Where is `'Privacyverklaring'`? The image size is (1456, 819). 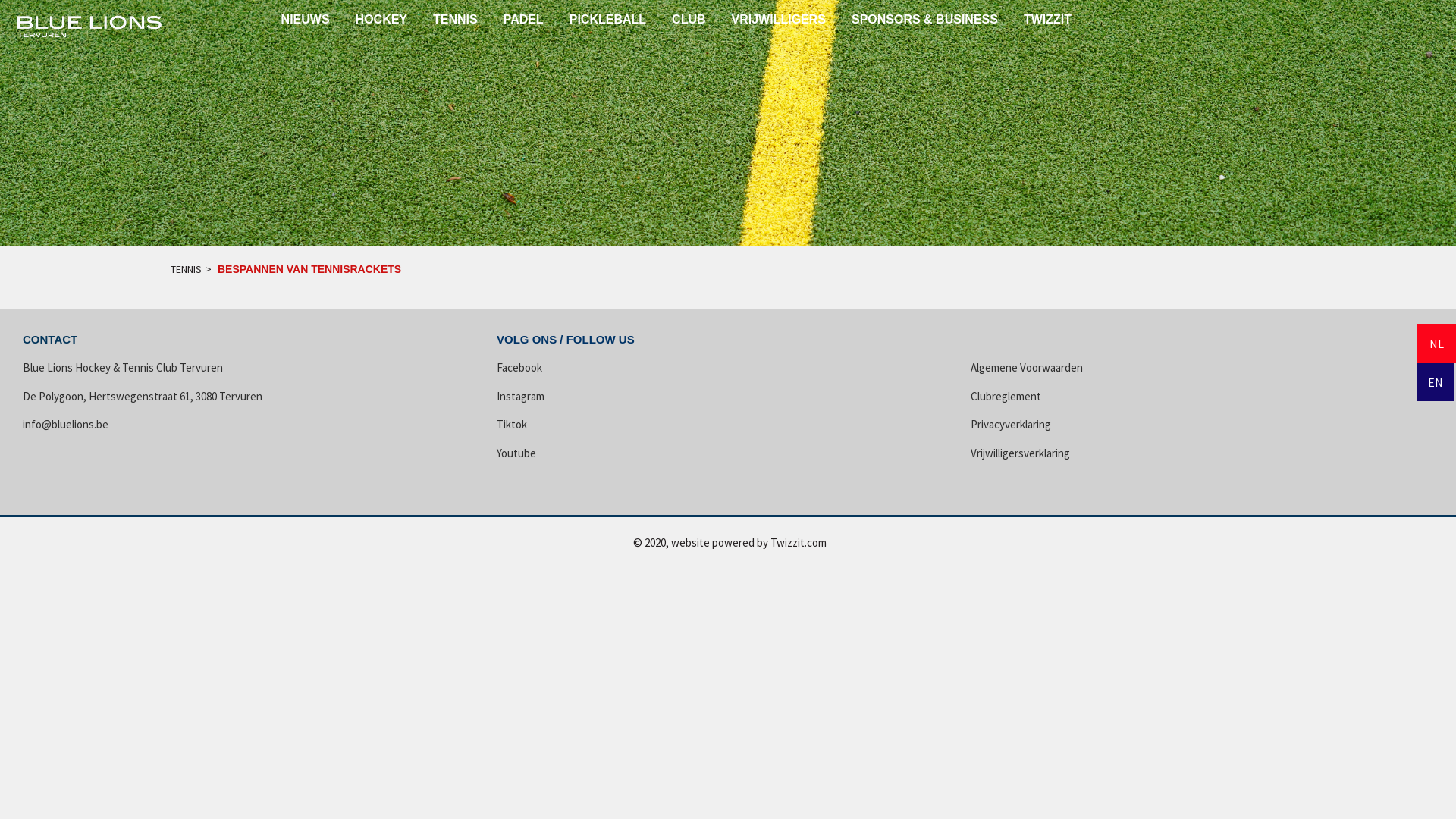 'Privacyverklaring' is located at coordinates (1011, 424).